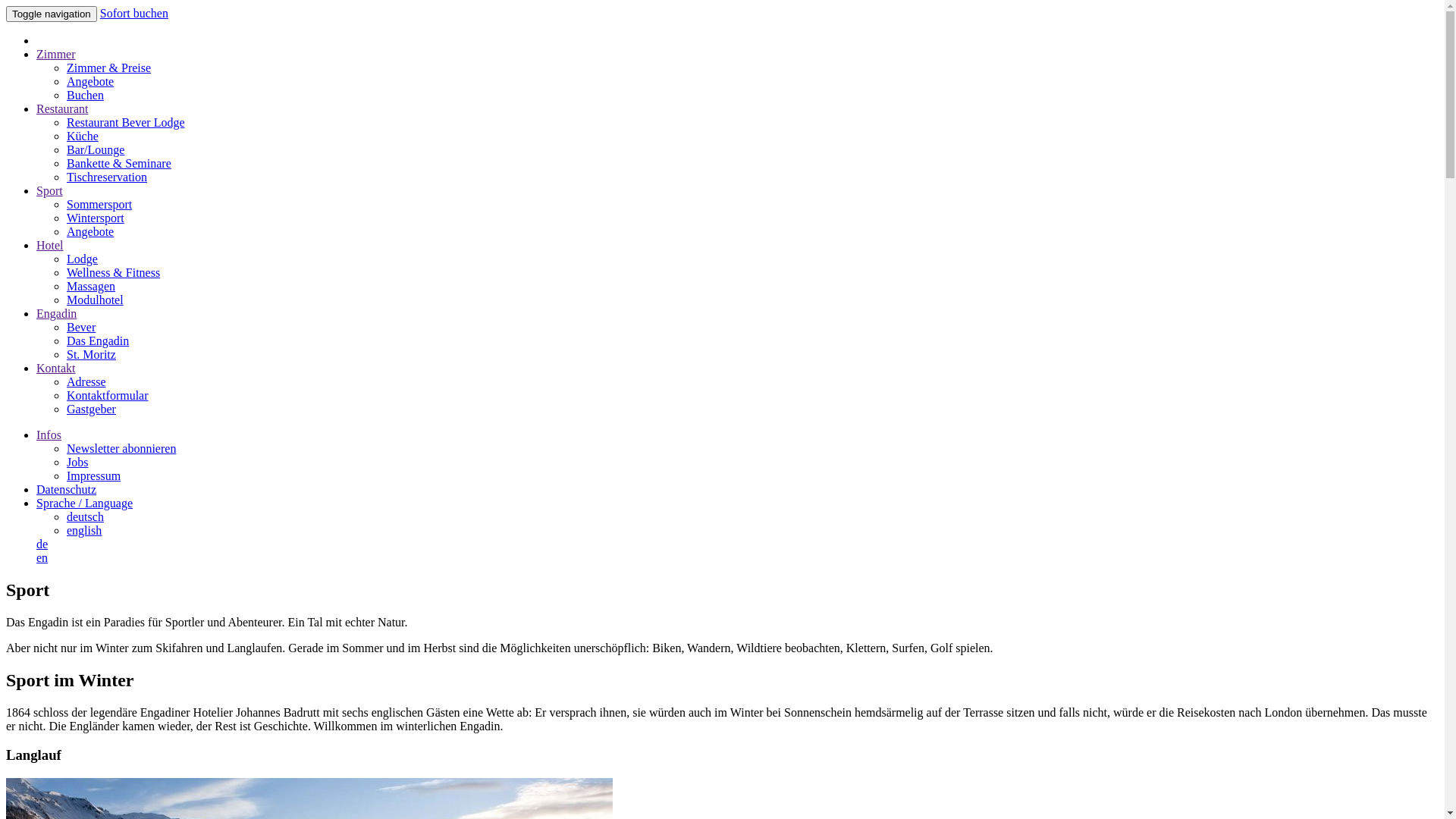 This screenshot has width=1456, height=819. What do you see at coordinates (118, 163) in the screenshot?
I see `'Bankette & Seminare'` at bounding box center [118, 163].